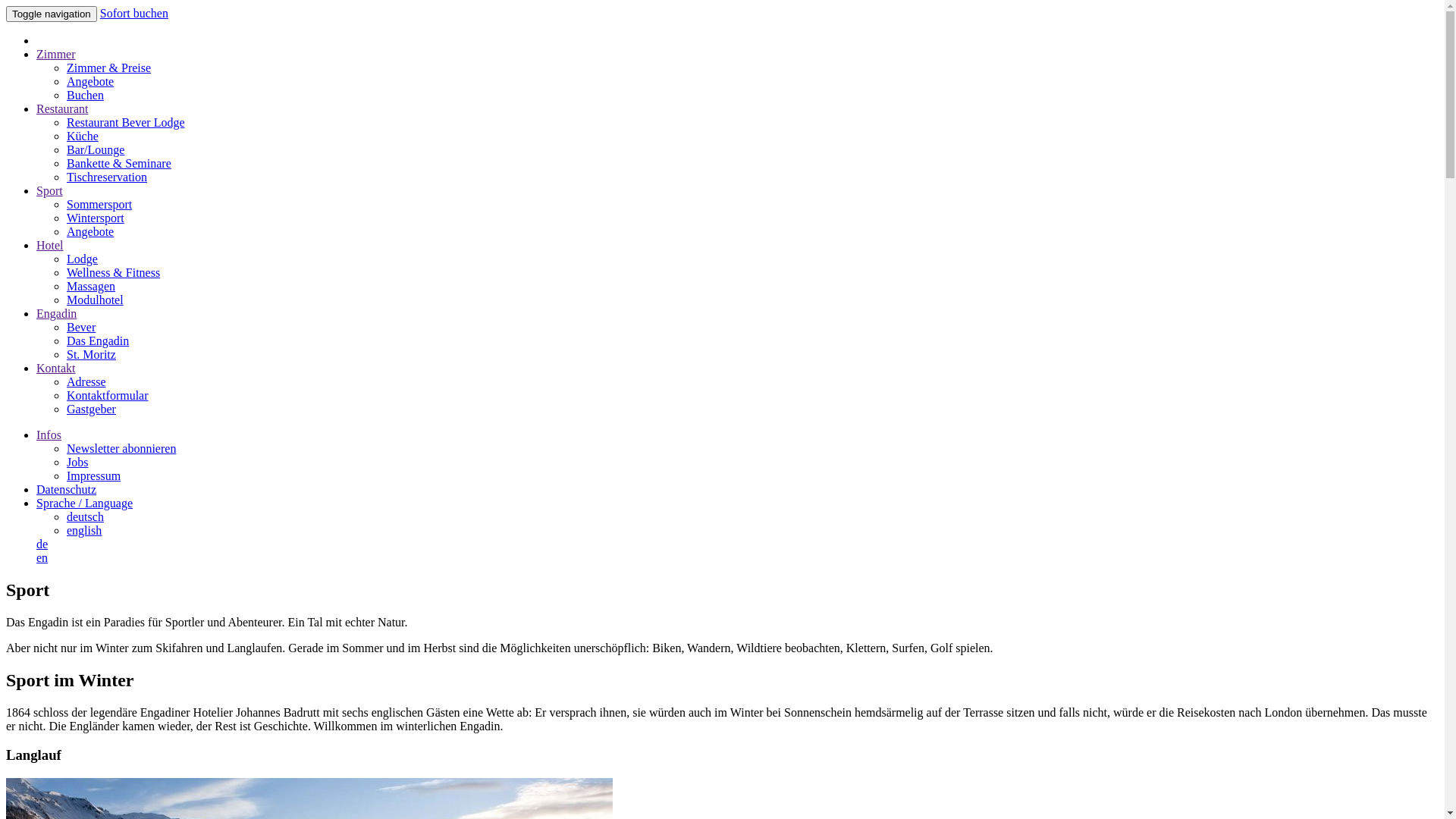 This screenshot has width=1456, height=819. What do you see at coordinates (118, 163) in the screenshot?
I see `'Bankette & Seminare'` at bounding box center [118, 163].